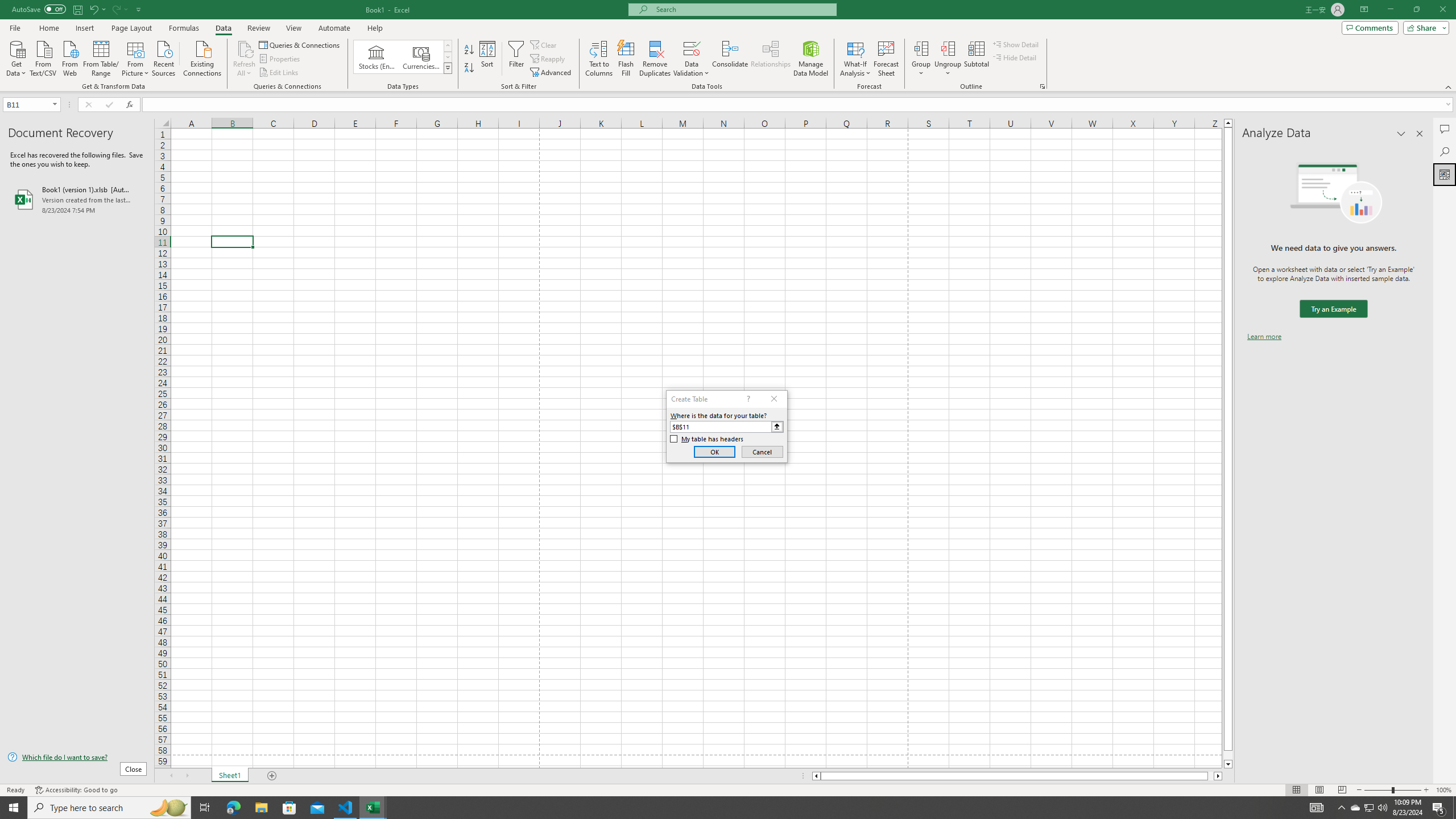 The width and height of the screenshot is (1456, 819). Describe the element at coordinates (1264, 336) in the screenshot. I see `'Learn more'` at that location.